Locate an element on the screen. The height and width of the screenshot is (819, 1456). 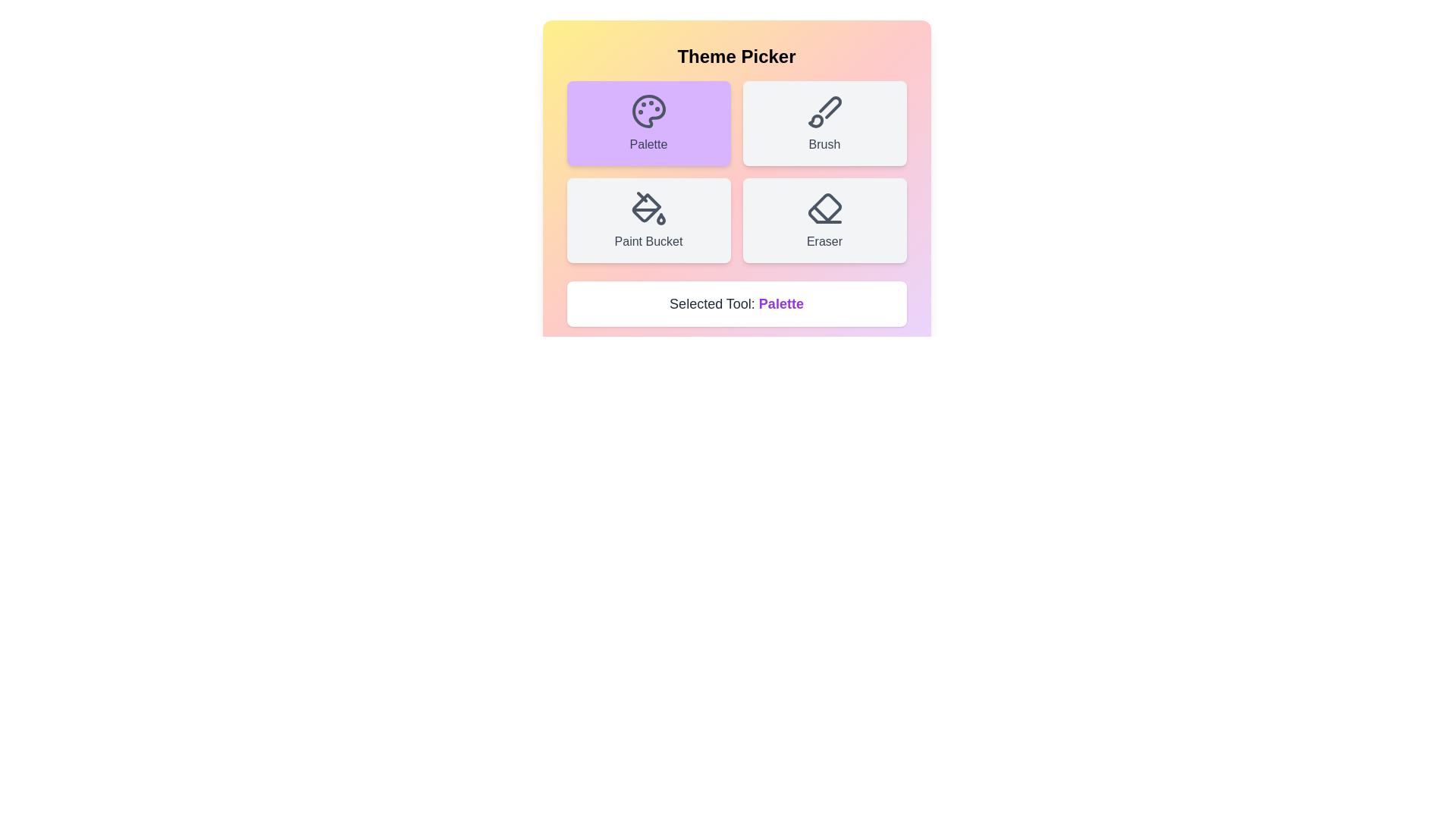
the Brush button to select the corresponding tool is located at coordinates (824, 122).